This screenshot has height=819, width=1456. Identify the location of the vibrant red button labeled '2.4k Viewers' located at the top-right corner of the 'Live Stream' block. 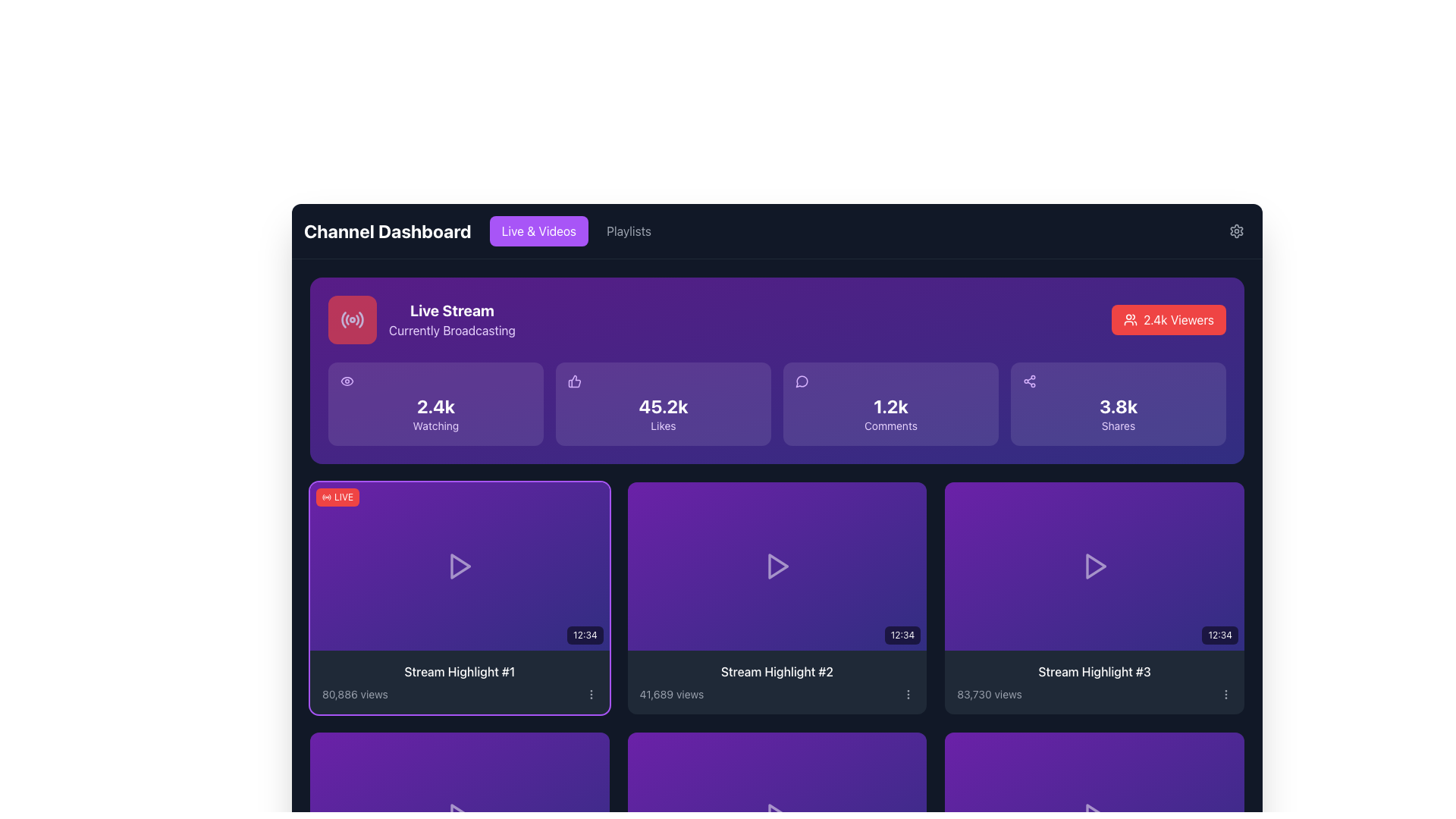
(1168, 318).